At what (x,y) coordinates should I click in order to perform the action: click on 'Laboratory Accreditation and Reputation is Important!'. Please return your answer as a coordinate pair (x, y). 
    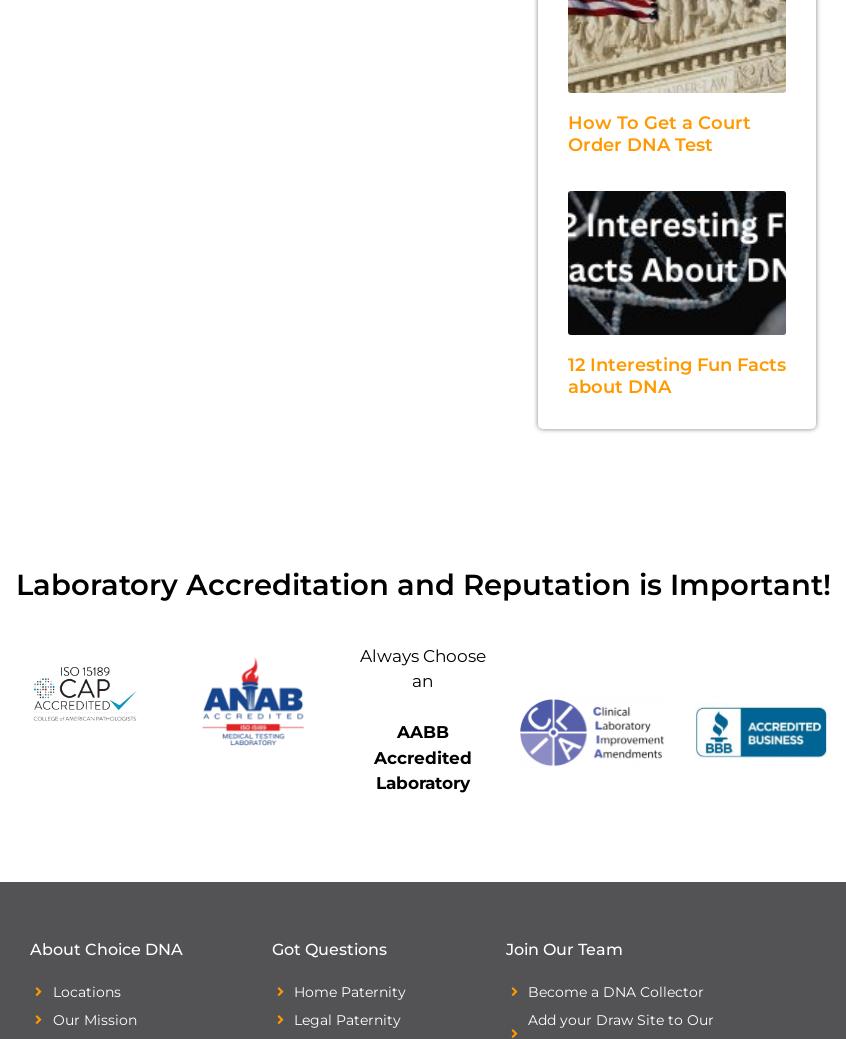
    Looking at the image, I should click on (13, 583).